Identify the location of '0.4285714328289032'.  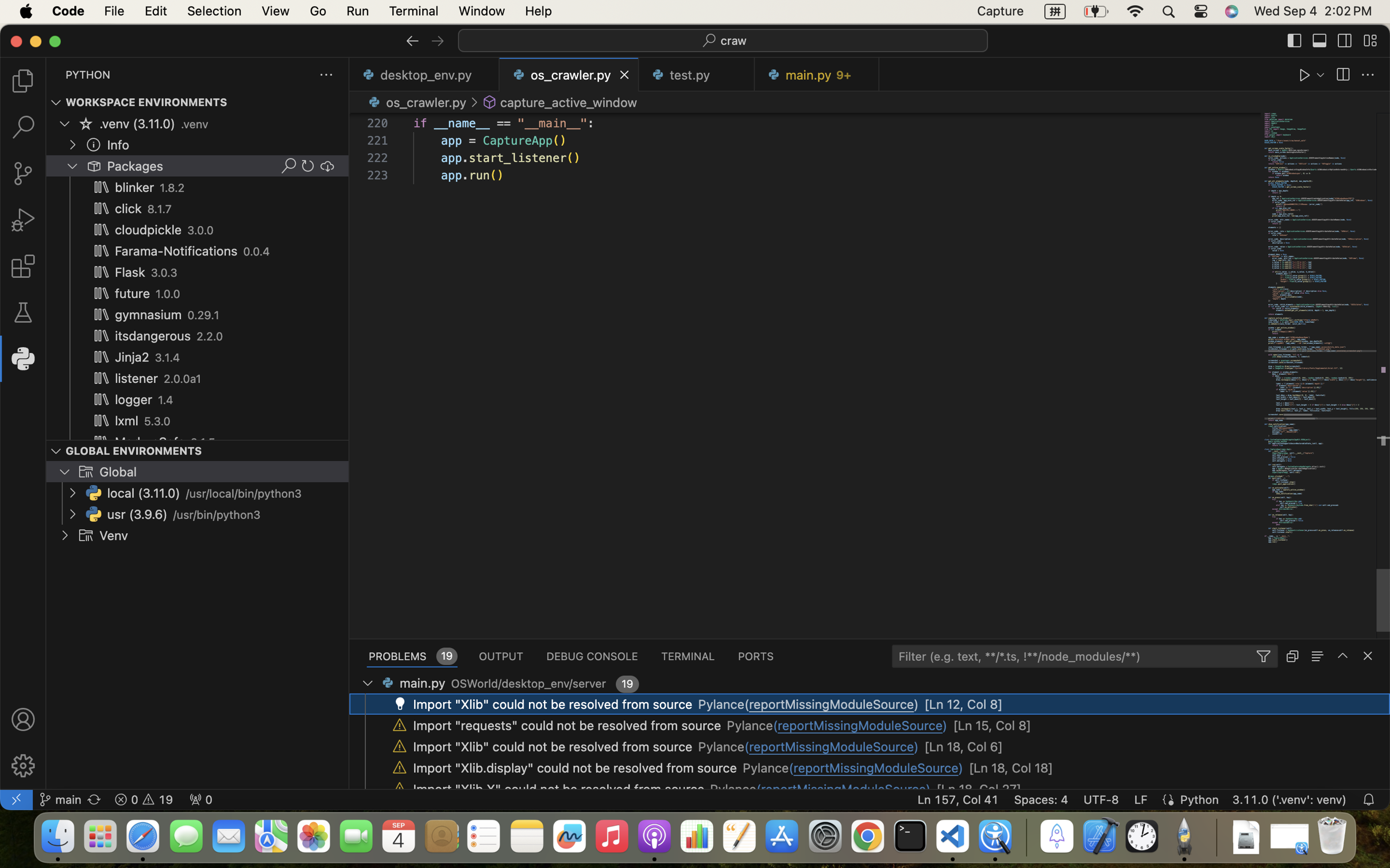
(1025, 836).